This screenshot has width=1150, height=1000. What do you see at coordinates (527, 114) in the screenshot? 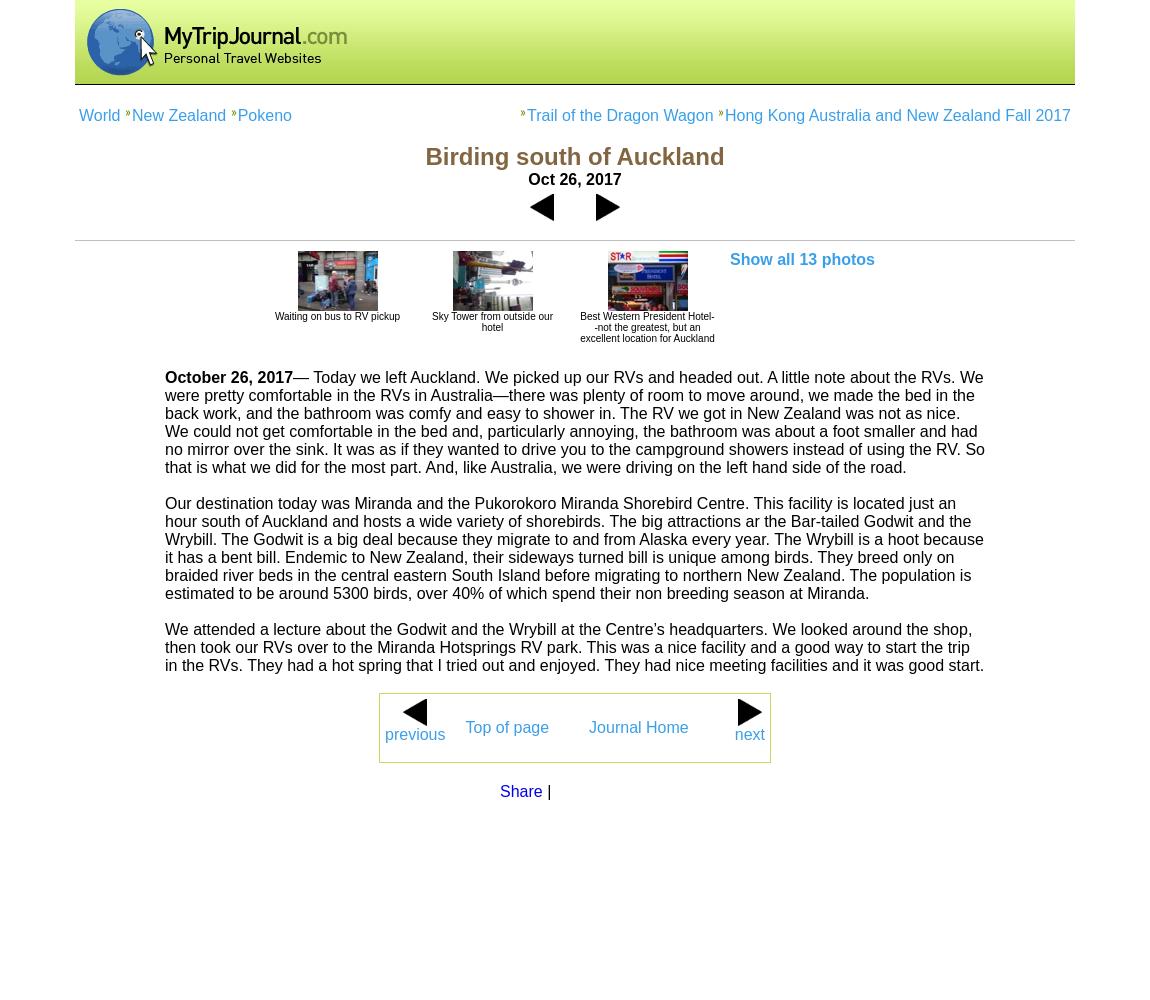
I see `'Trail of the Dragon Wagon'` at bounding box center [527, 114].